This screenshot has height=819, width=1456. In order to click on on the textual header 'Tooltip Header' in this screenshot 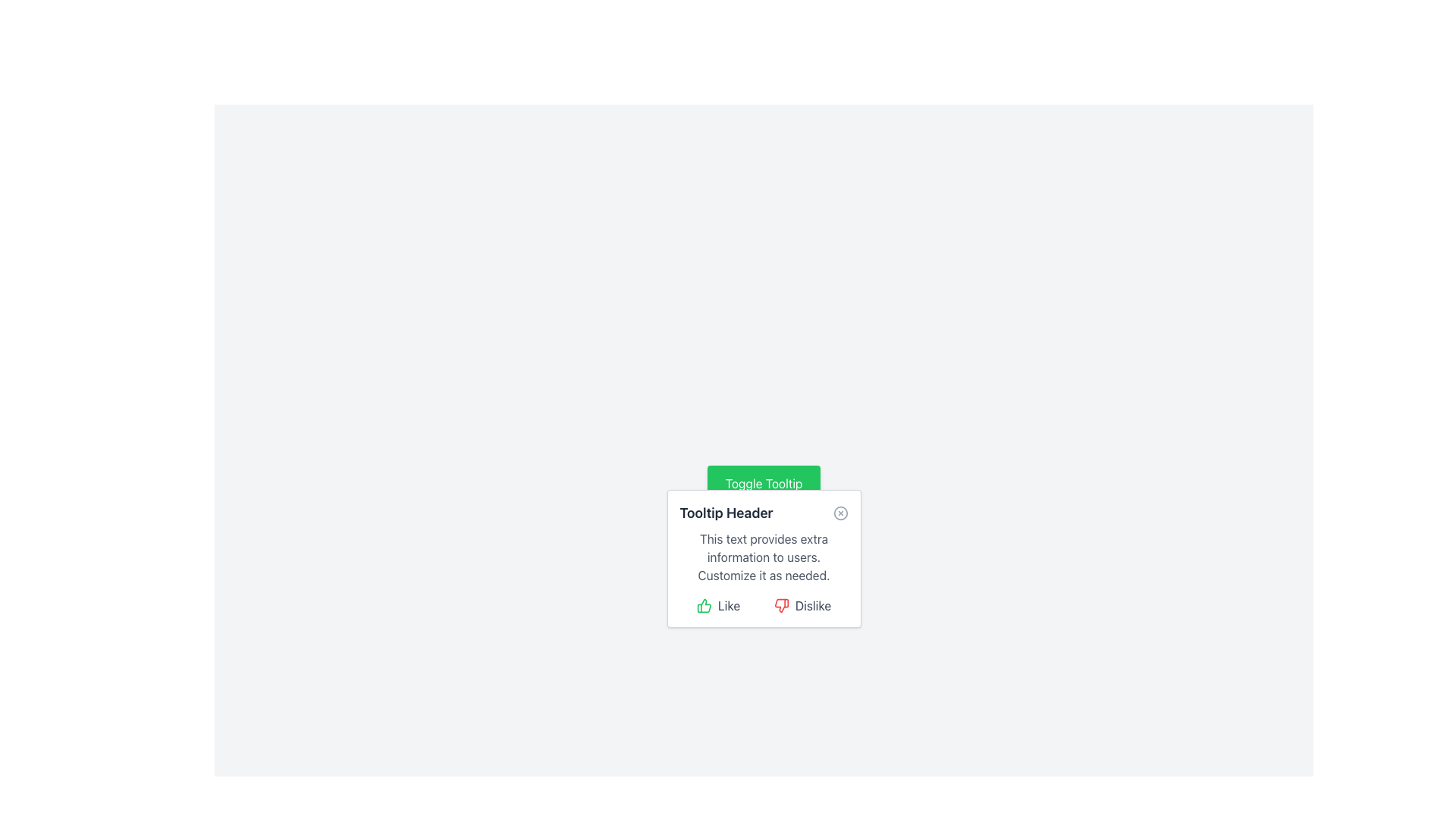, I will do `click(726, 513)`.